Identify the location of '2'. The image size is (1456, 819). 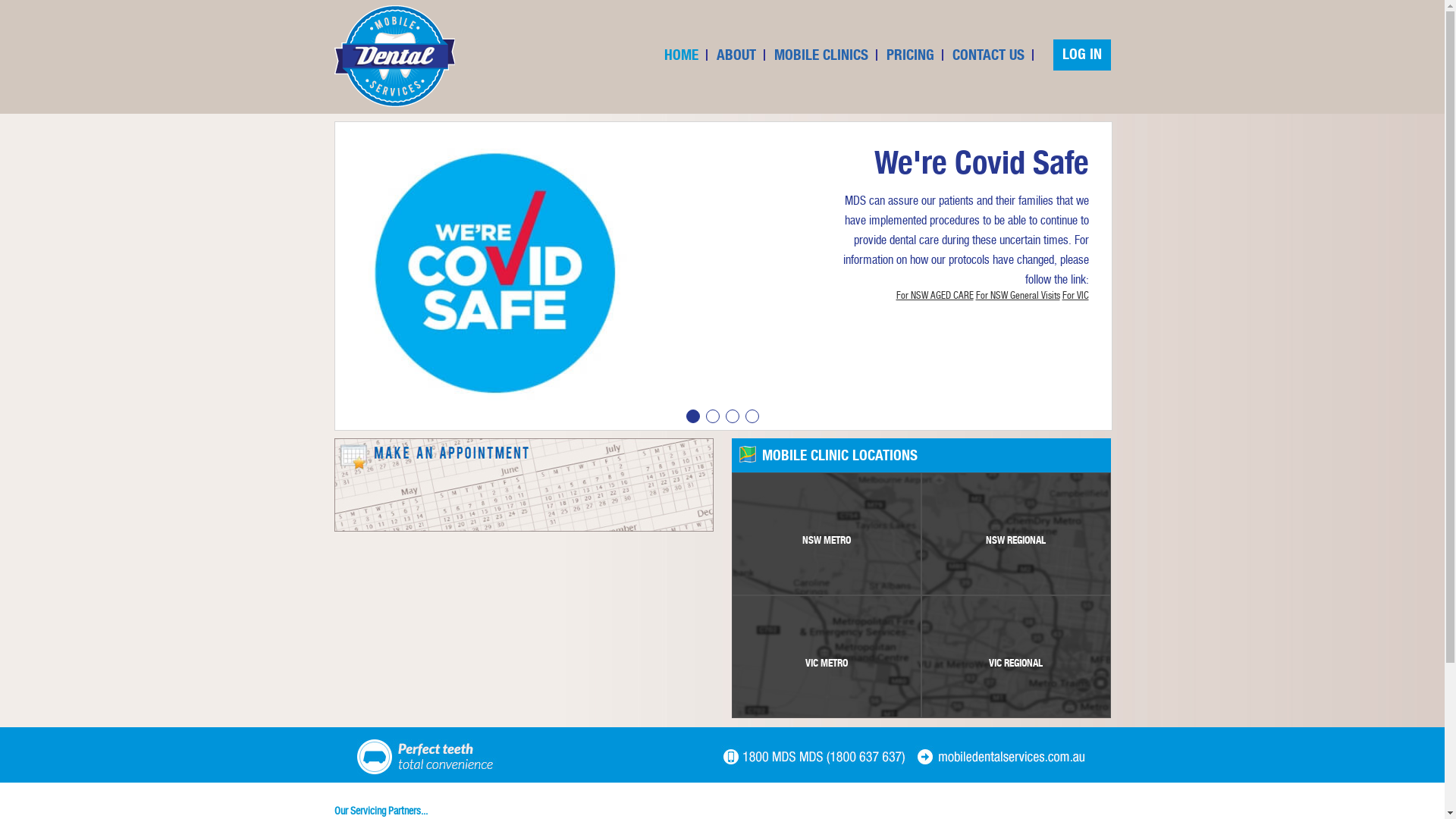
(711, 416).